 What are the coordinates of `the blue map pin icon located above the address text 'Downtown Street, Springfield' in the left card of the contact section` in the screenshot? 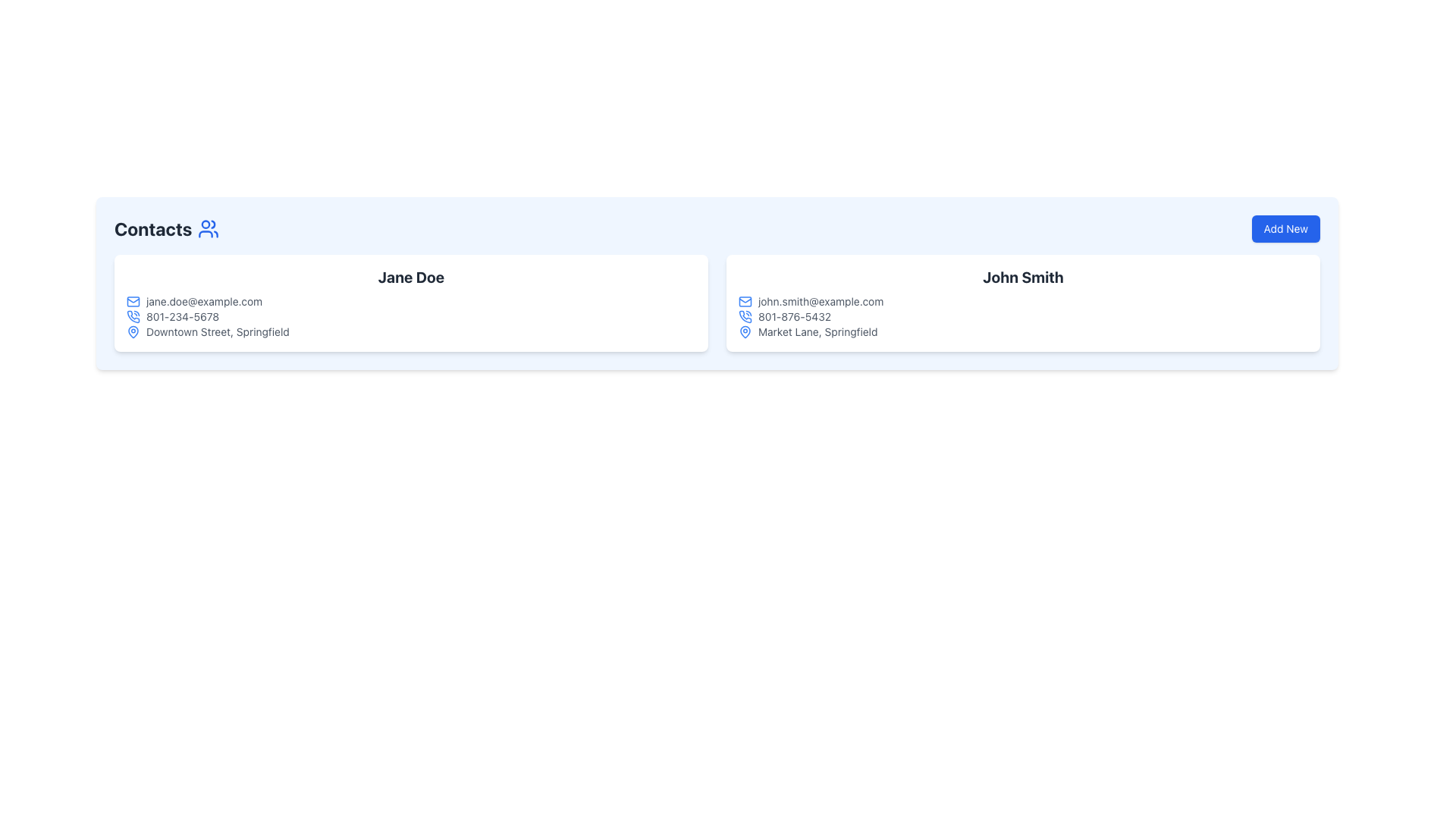 It's located at (133, 331).